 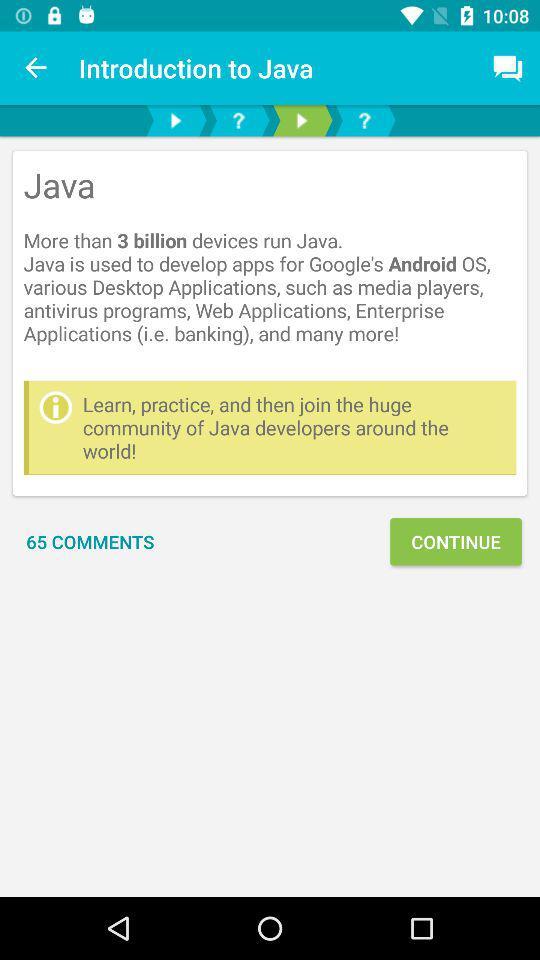 I want to click on icon below the learn practice and icon, so click(x=89, y=541).